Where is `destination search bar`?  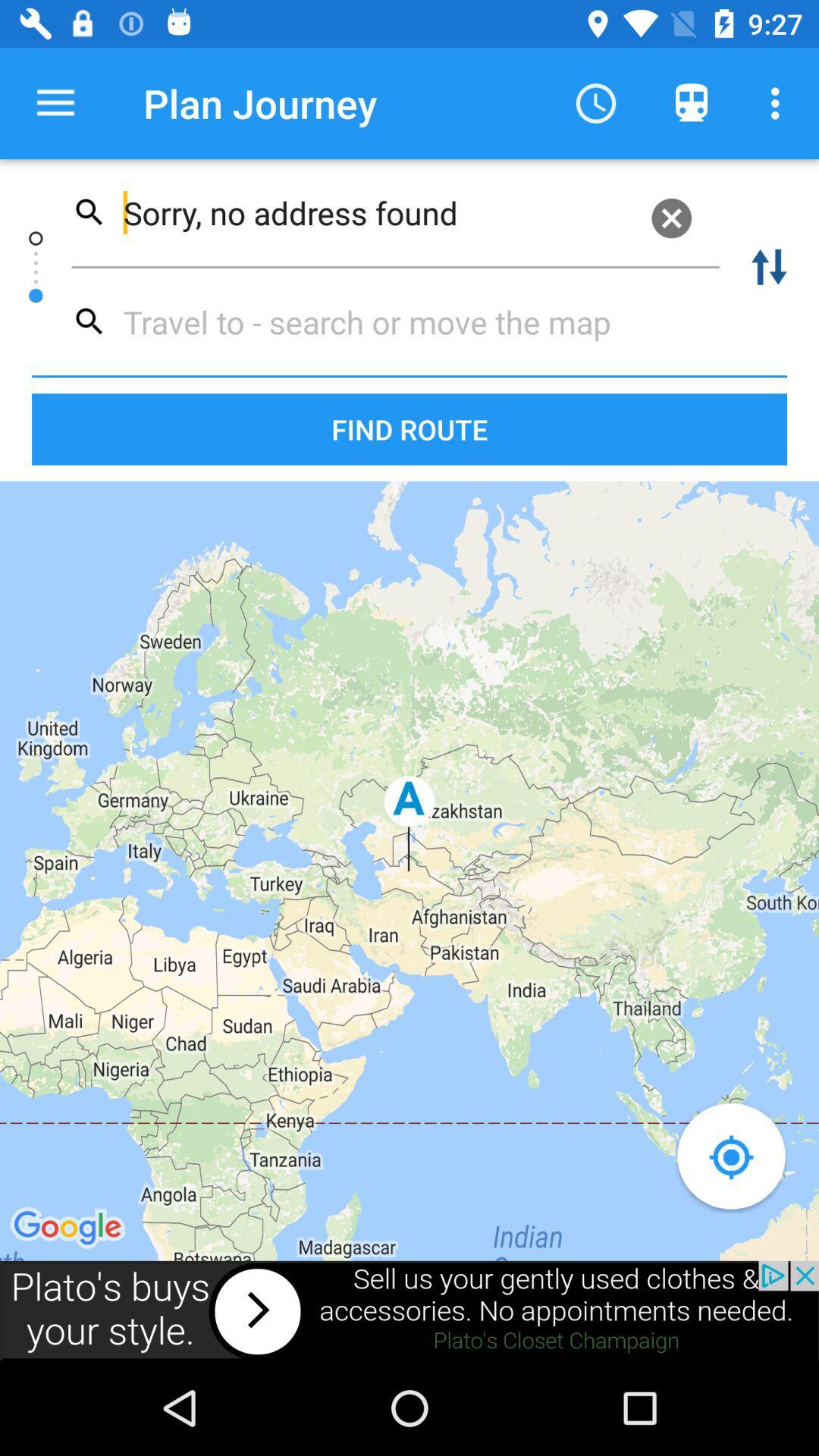
destination search bar is located at coordinates (388, 321).